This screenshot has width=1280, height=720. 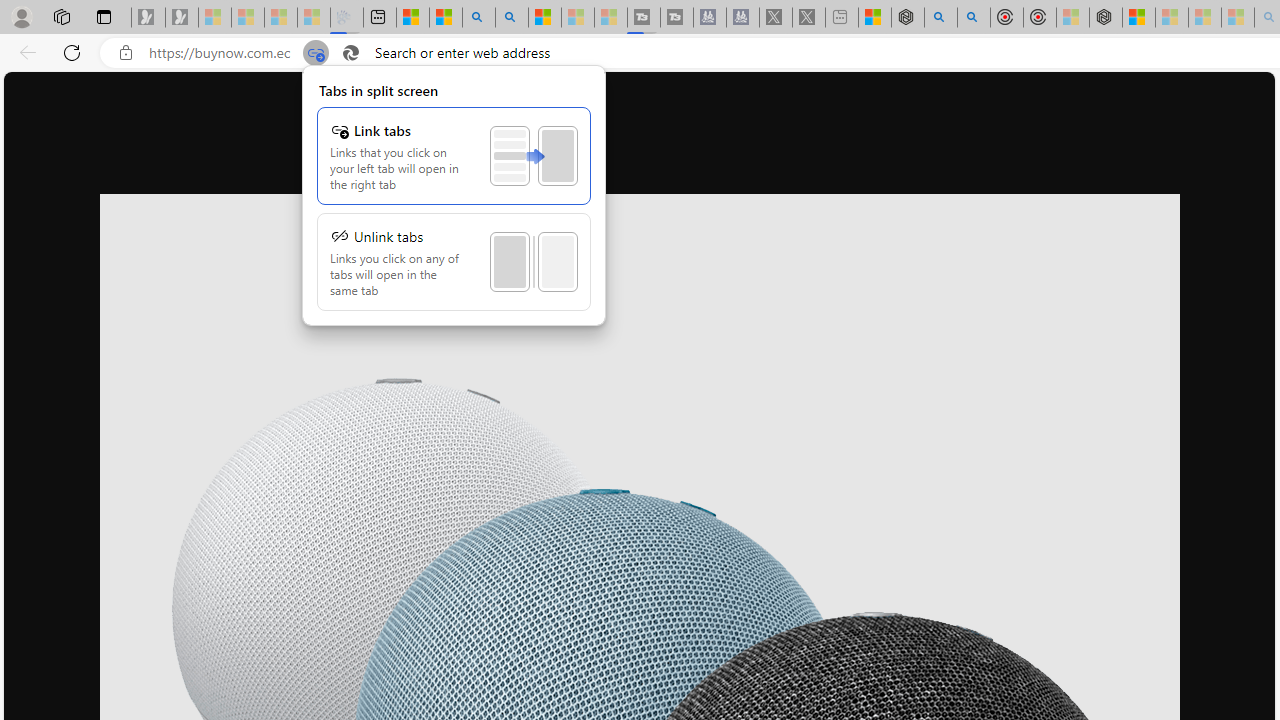 I want to click on 'Link tabs', so click(x=453, y=155).